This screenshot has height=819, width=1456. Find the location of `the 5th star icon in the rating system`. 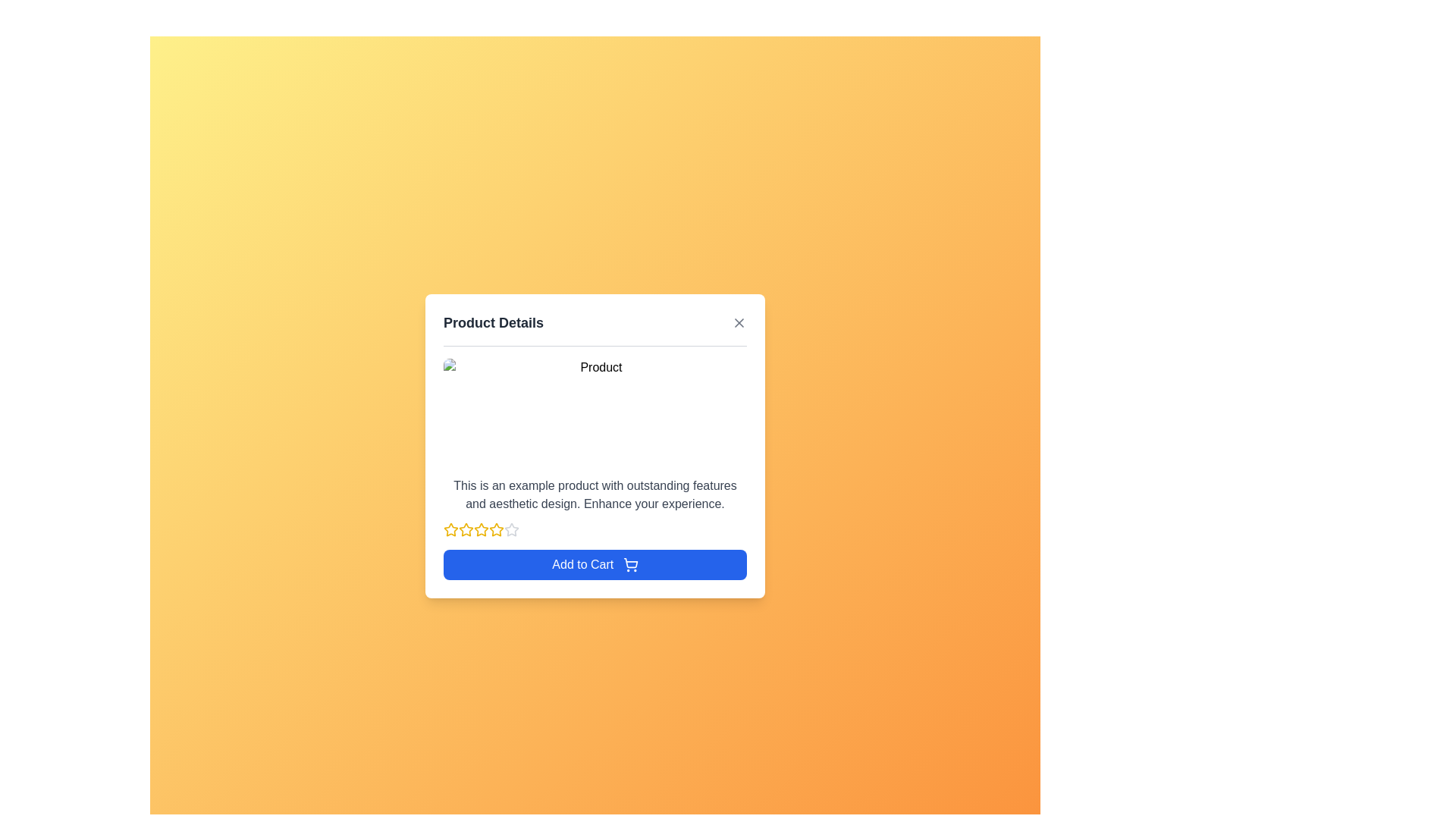

the 5th star icon in the rating system is located at coordinates (512, 529).